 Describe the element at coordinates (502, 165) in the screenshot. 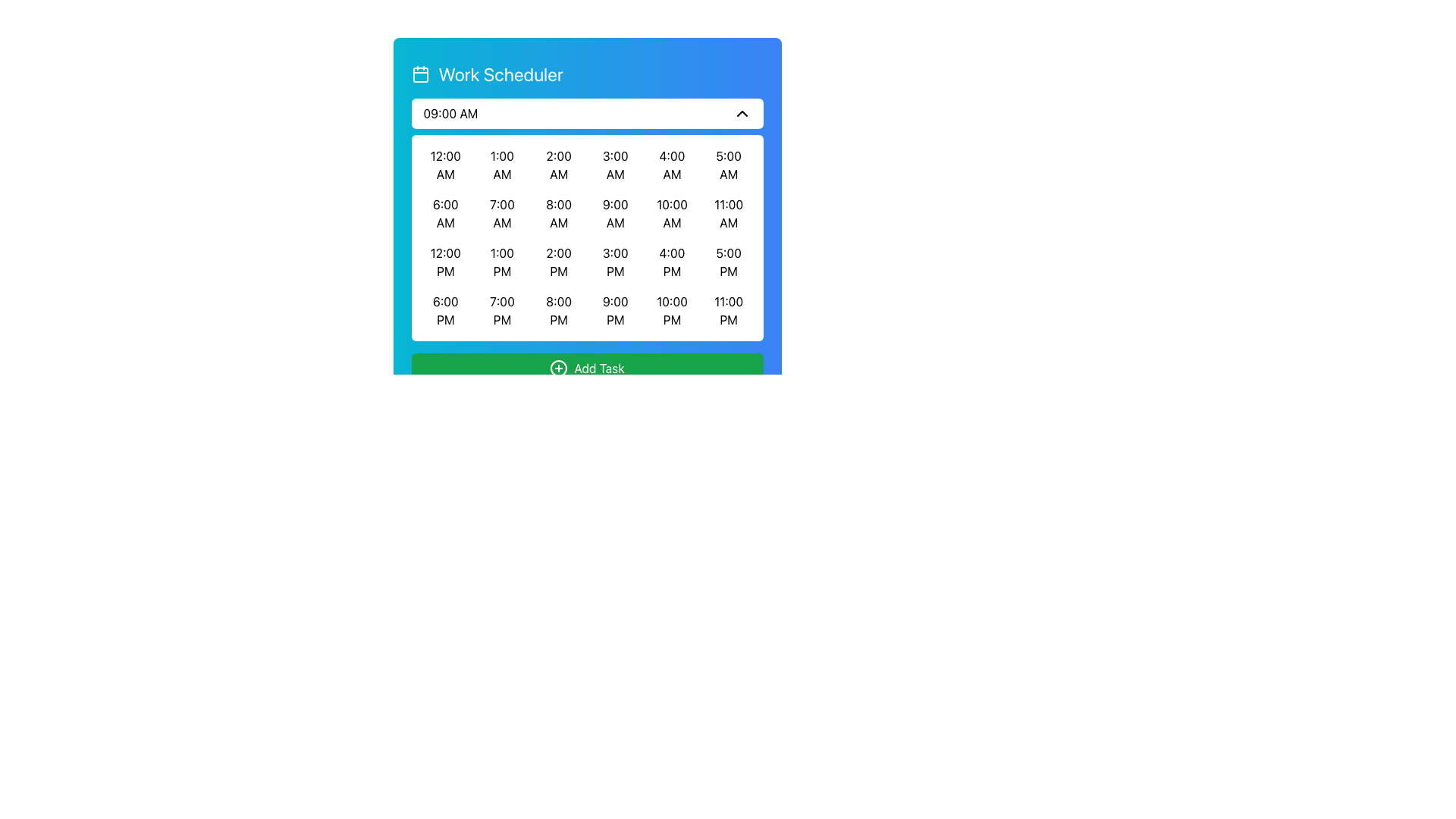

I see `the selectable time slot button for '1:00 AM' located in the second position of the first row in the schedule grid` at that location.